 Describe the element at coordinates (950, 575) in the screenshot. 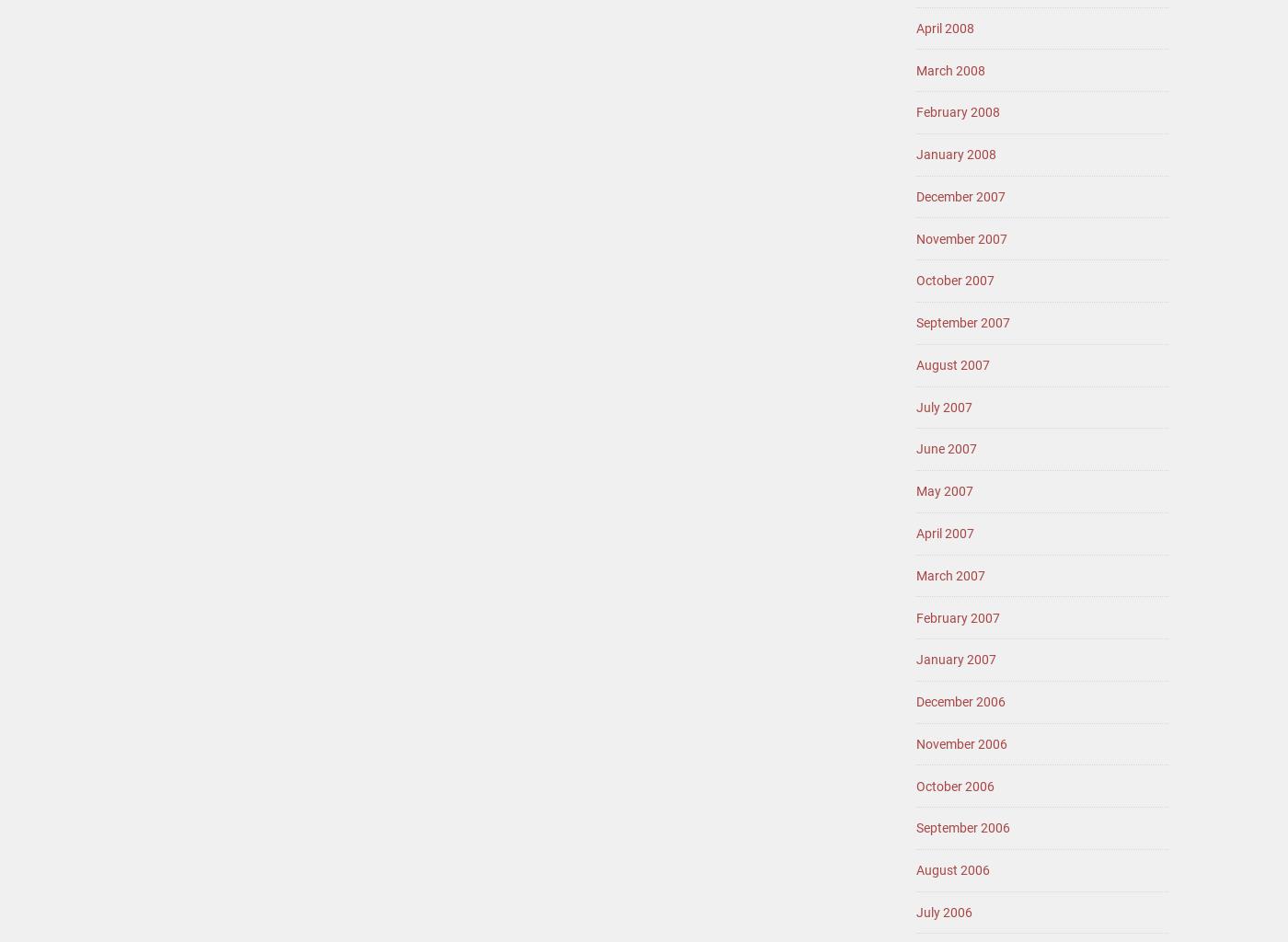

I see `'March 2007'` at that location.